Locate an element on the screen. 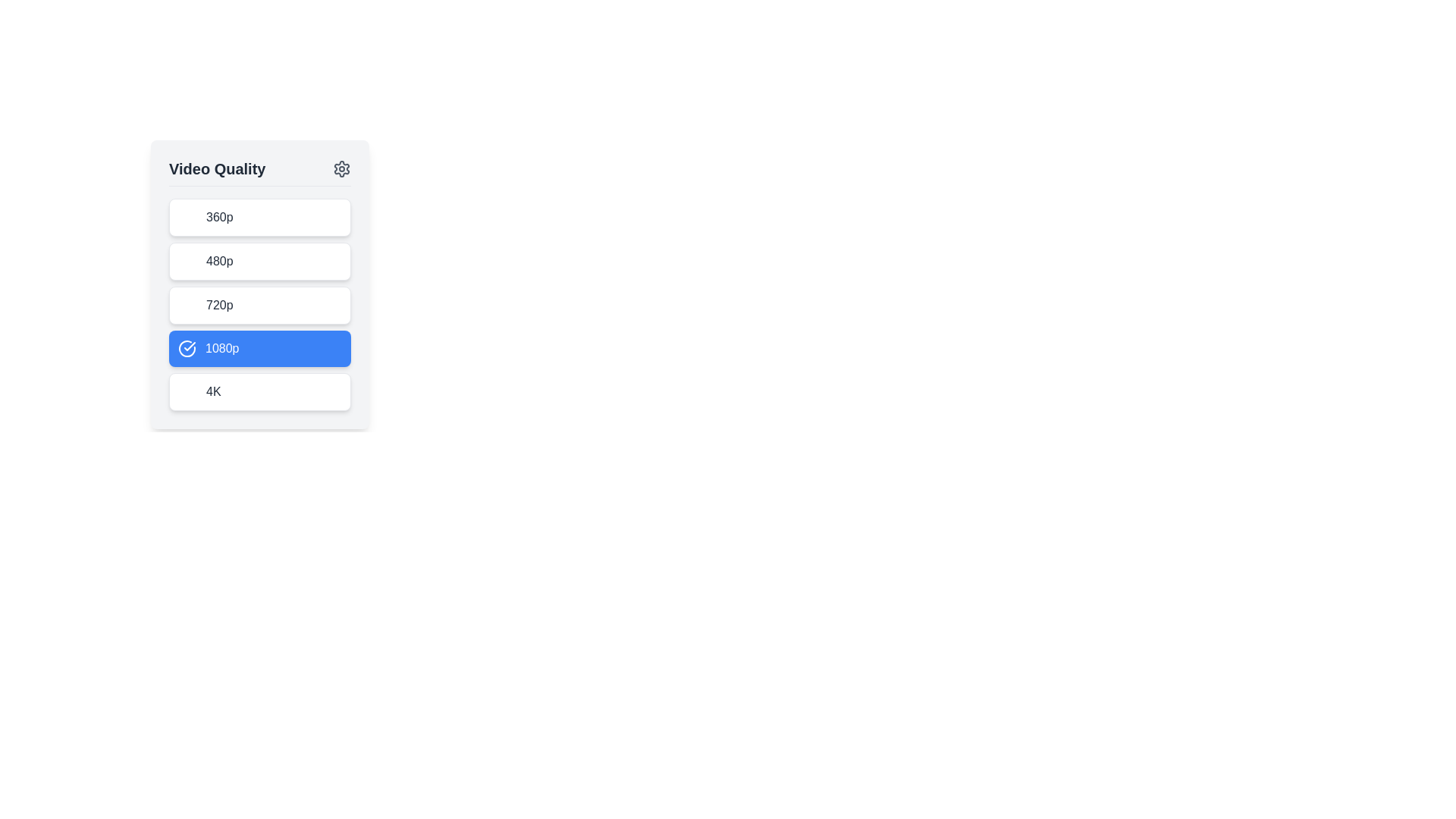 This screenshot has height=819, width=1456. the '720p' button, which is a rectangular button with rounded corners and a white background is located at coordinates (259, 305).